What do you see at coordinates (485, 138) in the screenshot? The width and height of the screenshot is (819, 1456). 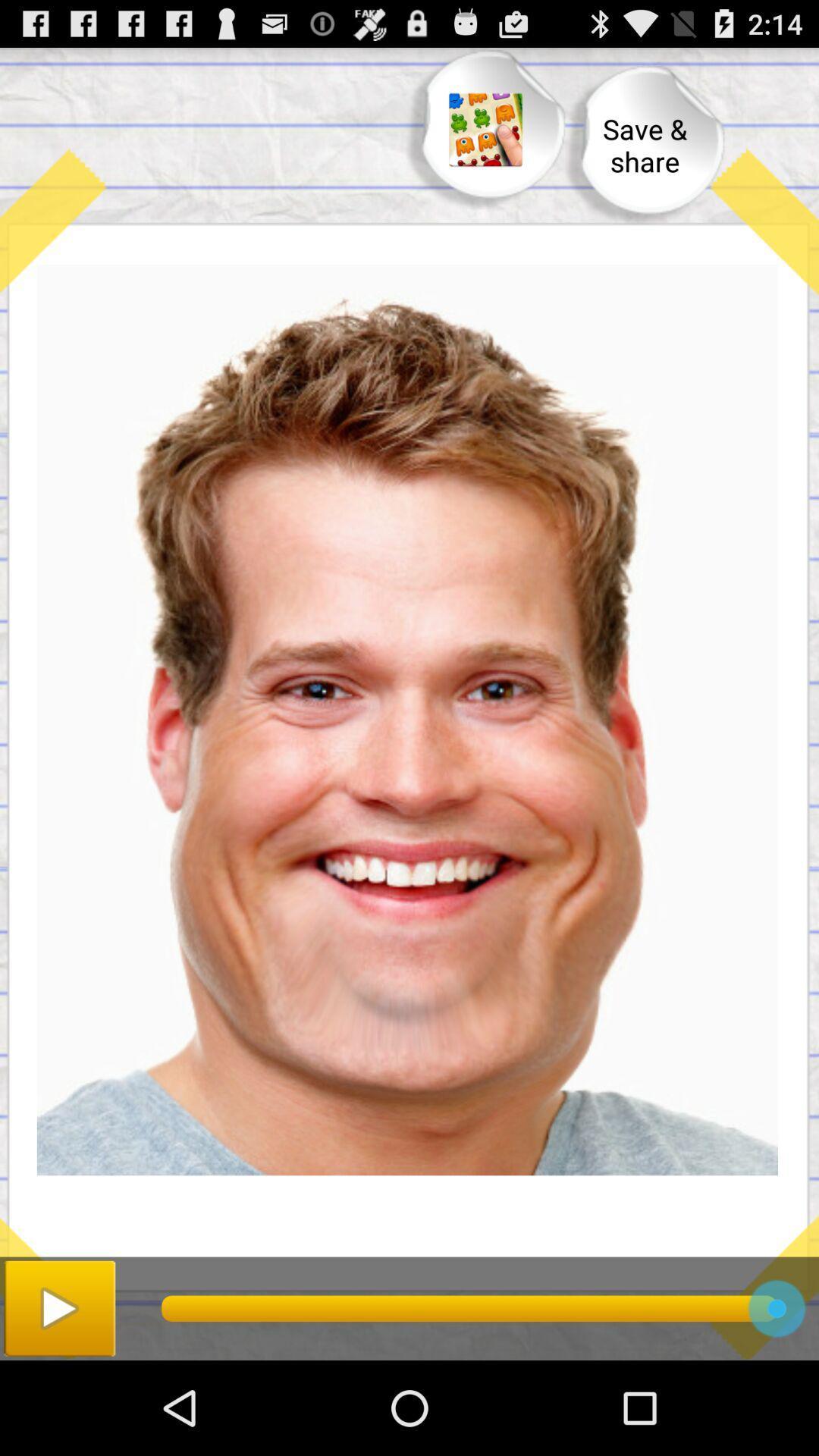 I see `the date_range icon` at bounding box center [485, 138].